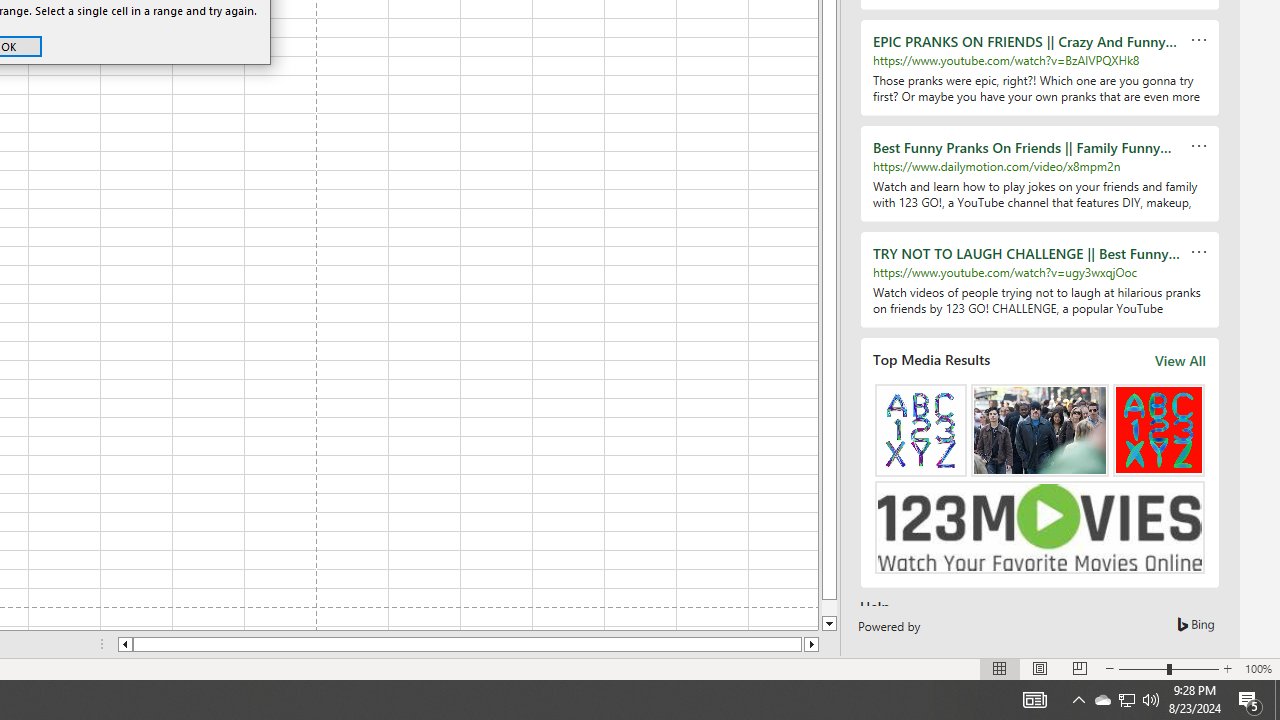 This screenshot has width=1280, height=720. What do you see at coordinates (1040, 669) in the screenshot?
I see `'Page Layout'` at bounding box center [1040, 669].